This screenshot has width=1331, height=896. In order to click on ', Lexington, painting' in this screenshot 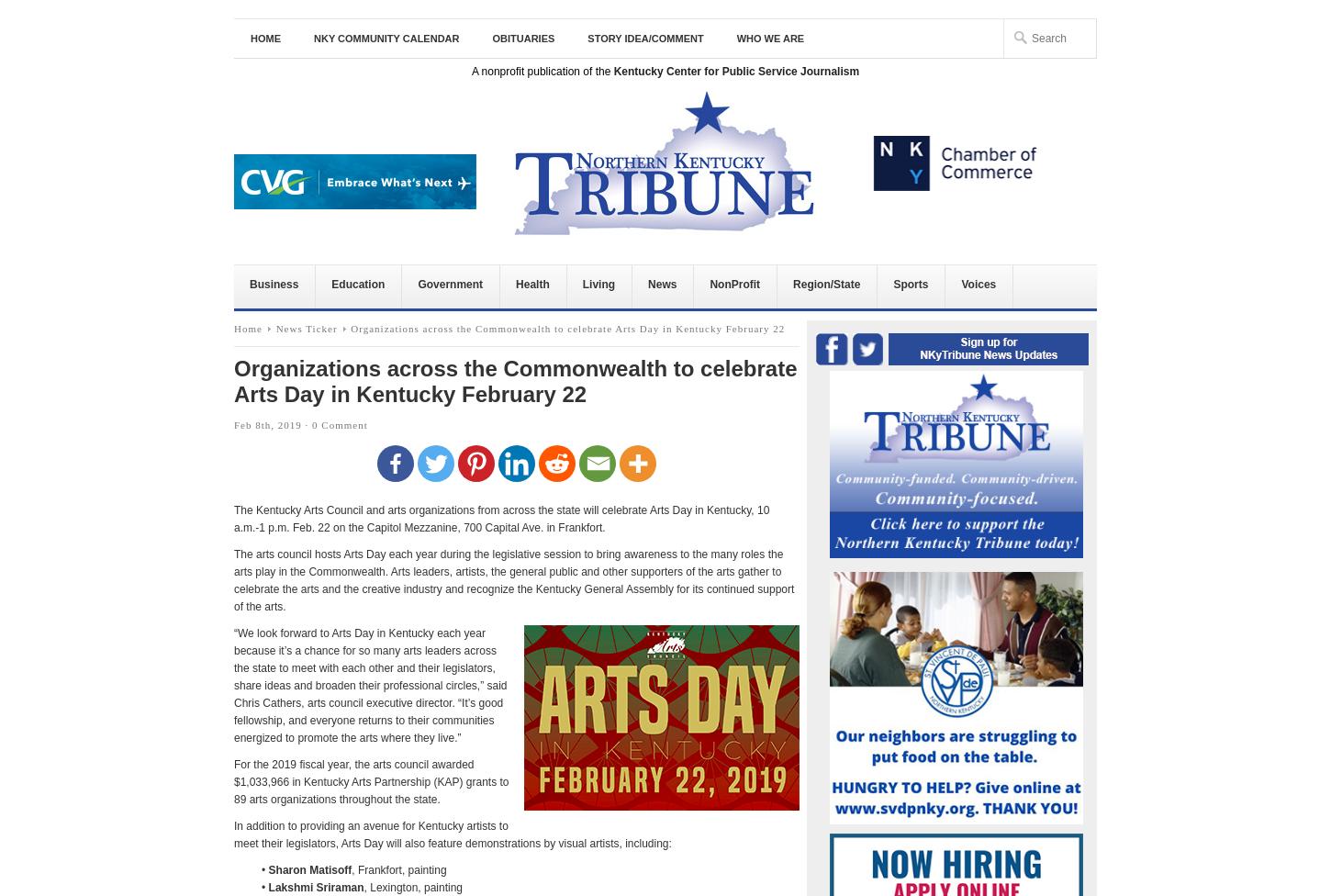, I will do `click(411, 887)`.